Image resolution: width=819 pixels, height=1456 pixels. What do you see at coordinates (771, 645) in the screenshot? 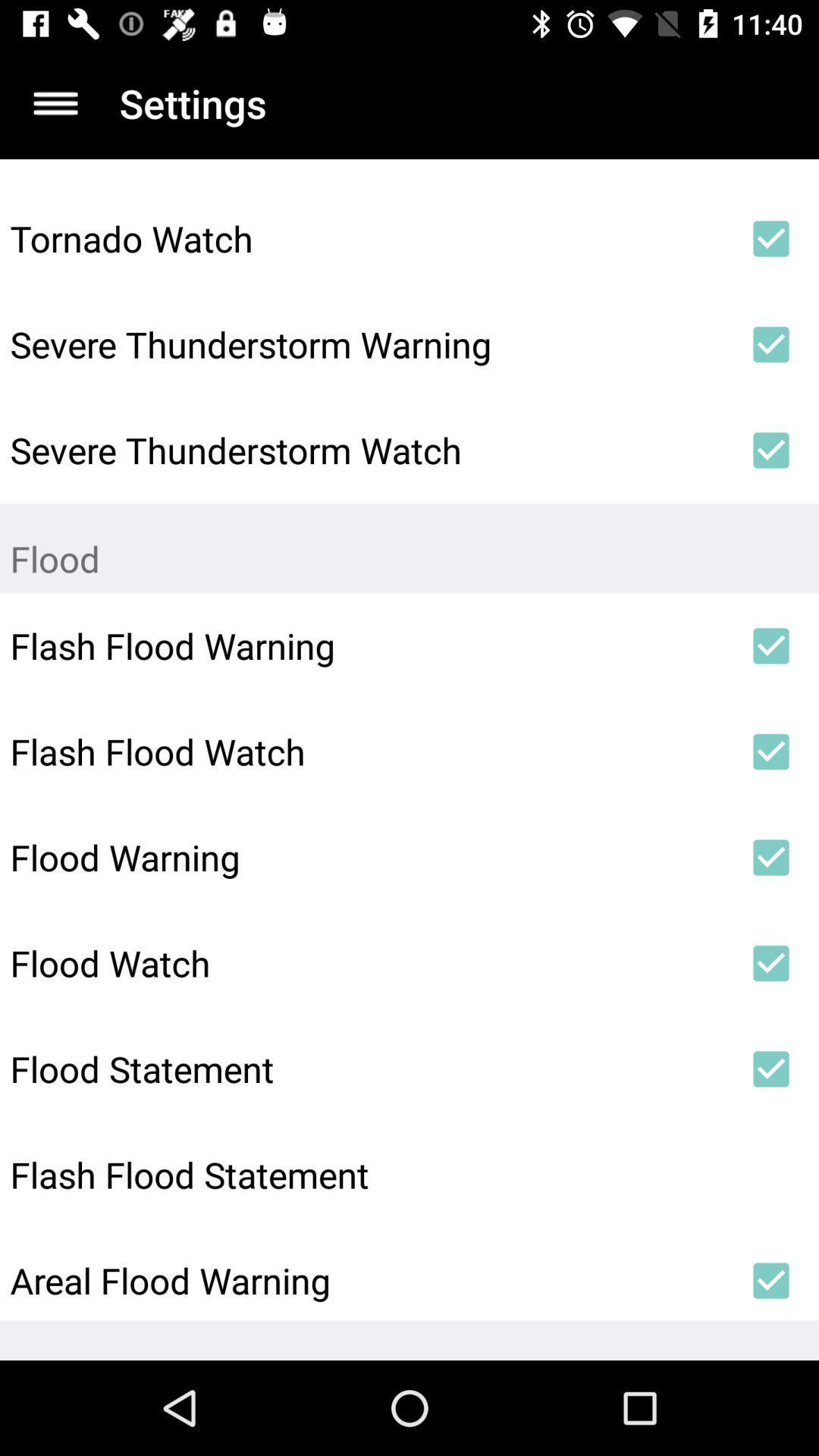
I see `item to the right of the flash flood warning item` at bounding box center [771, 645].